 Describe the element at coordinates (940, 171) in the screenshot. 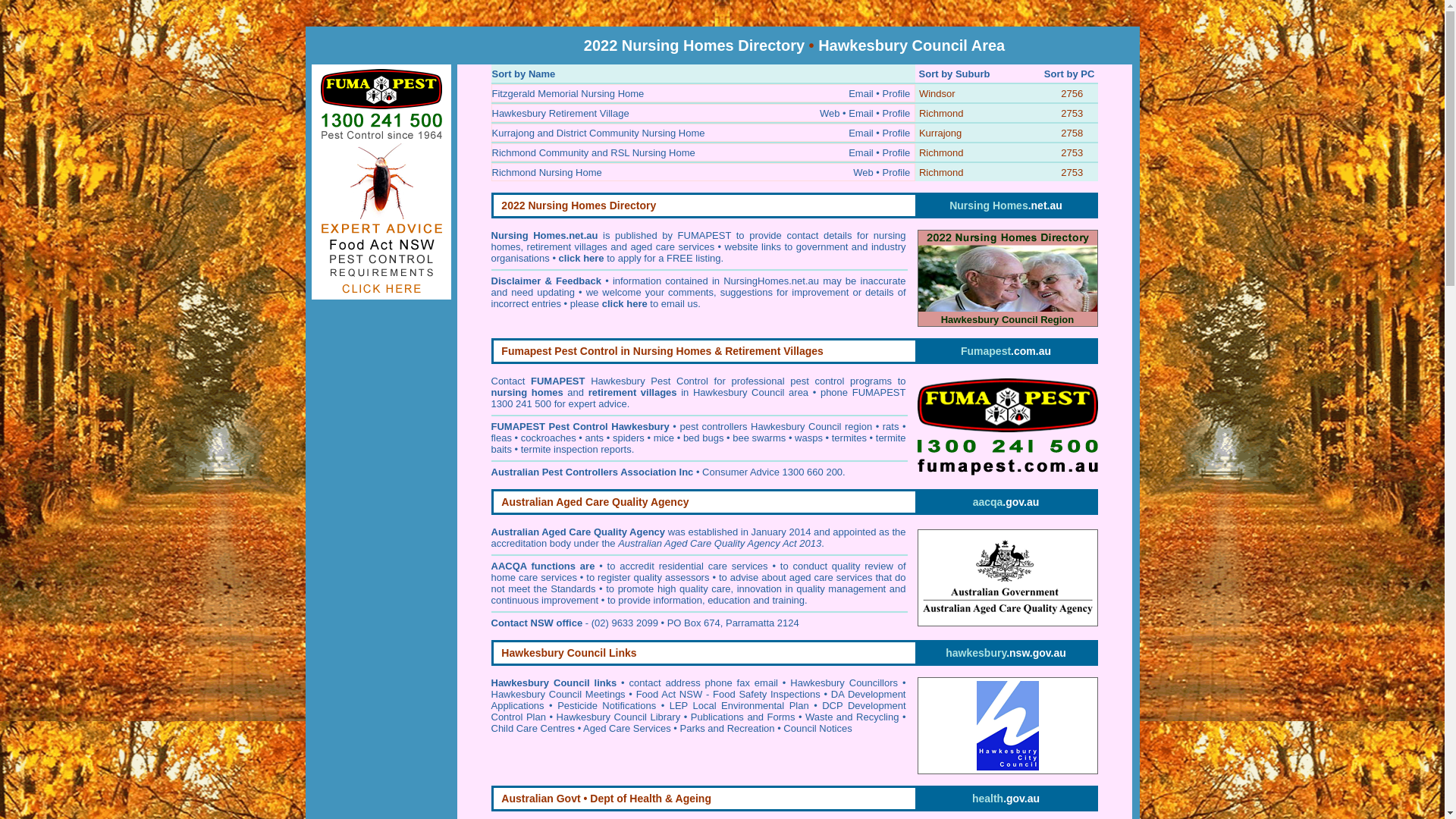

I see `'Richmond'` at that location.